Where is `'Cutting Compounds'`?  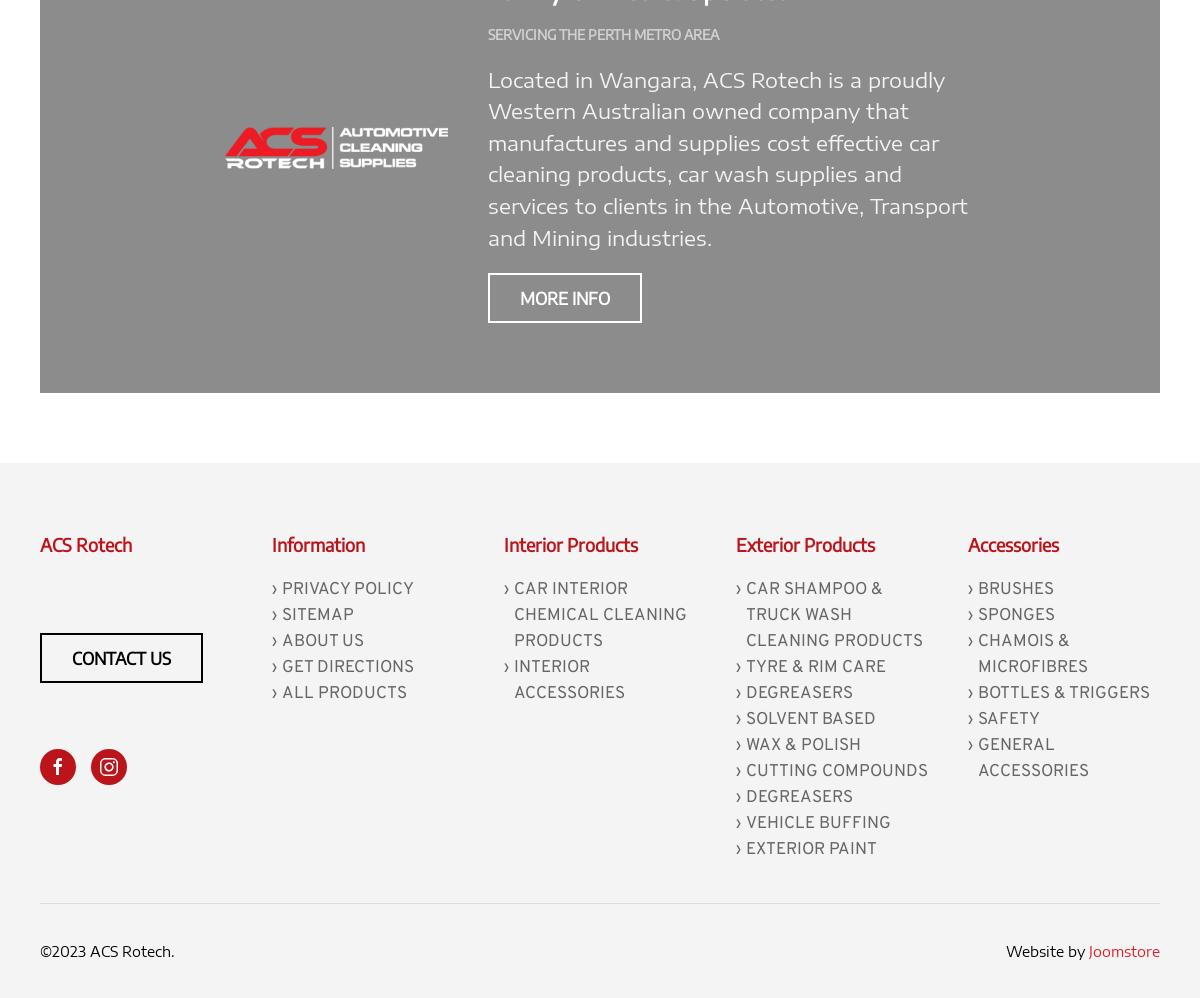 'Cutting Compounds' is located at coordinates (746, 769).